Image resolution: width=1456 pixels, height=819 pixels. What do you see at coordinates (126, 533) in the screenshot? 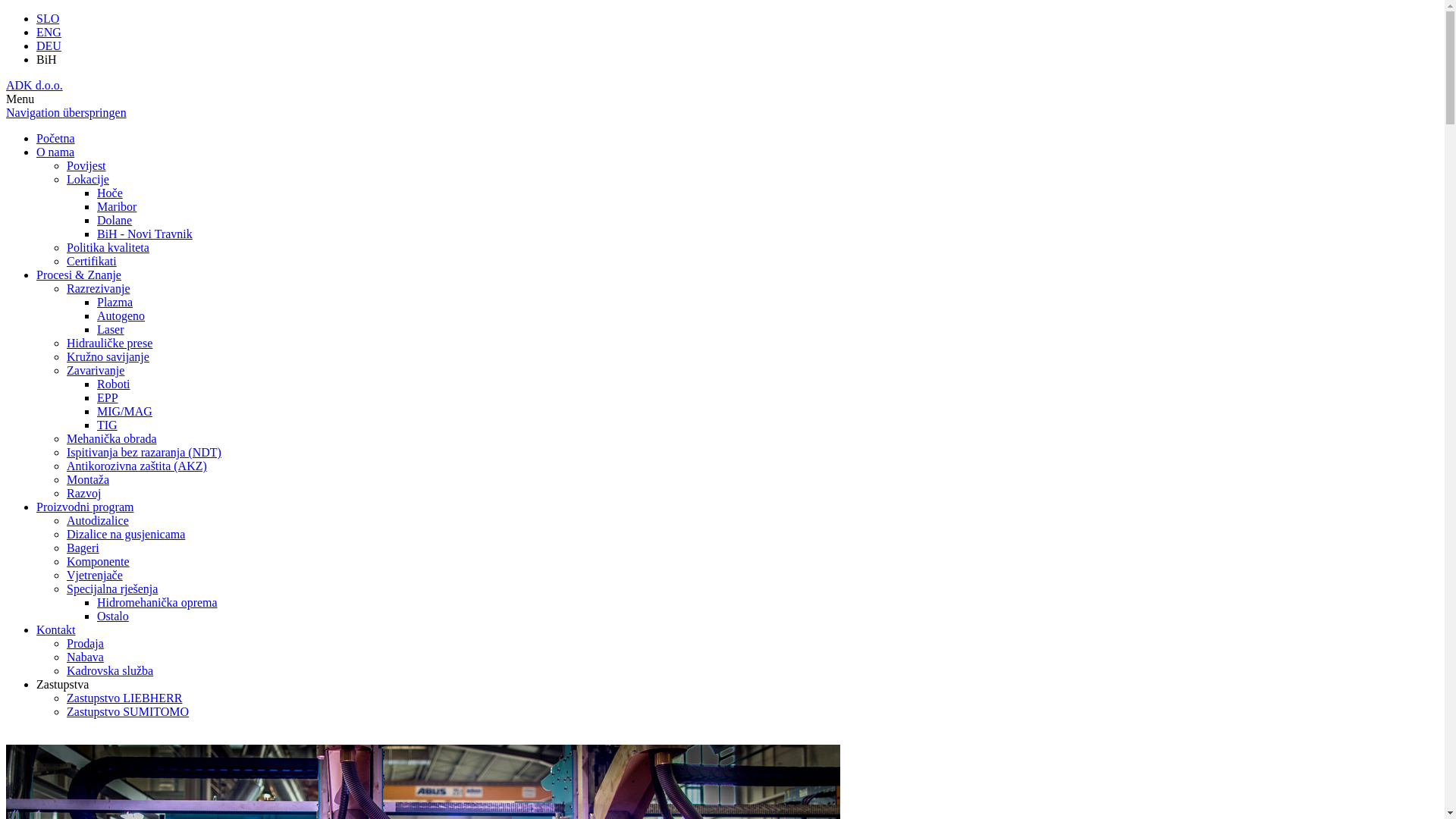
I see `'Dizalice na gusjenicama'` at bounding box center [126, 533].